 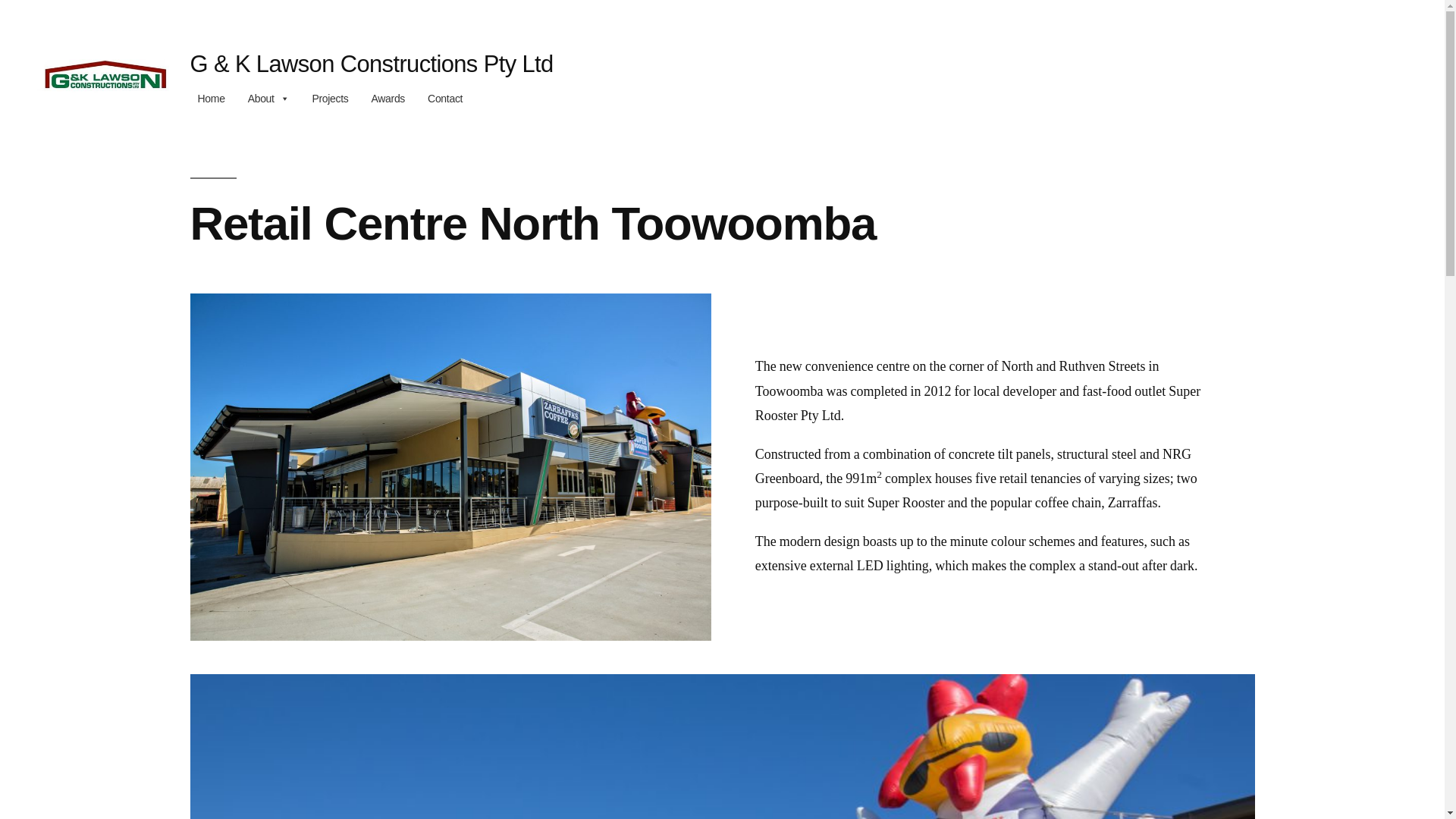 What do you see at coordinates (388, 99) in the screenshot?
I see `'Awards'` at bounding box center [388, 99].